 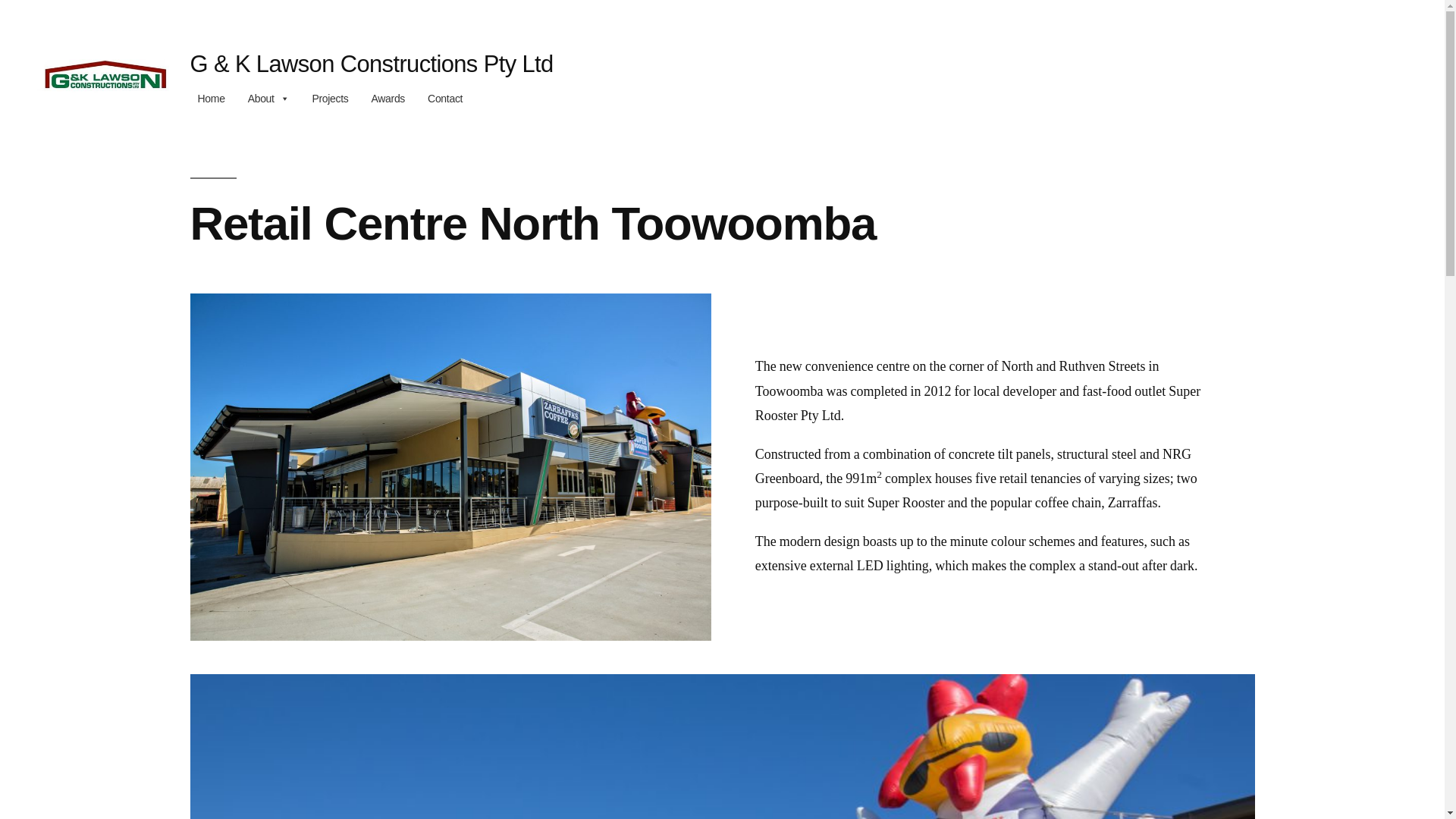 What do you see at coordinates (388, 99) in the screenshot?
I see `'Awards'` at bounding box center [388, 99].